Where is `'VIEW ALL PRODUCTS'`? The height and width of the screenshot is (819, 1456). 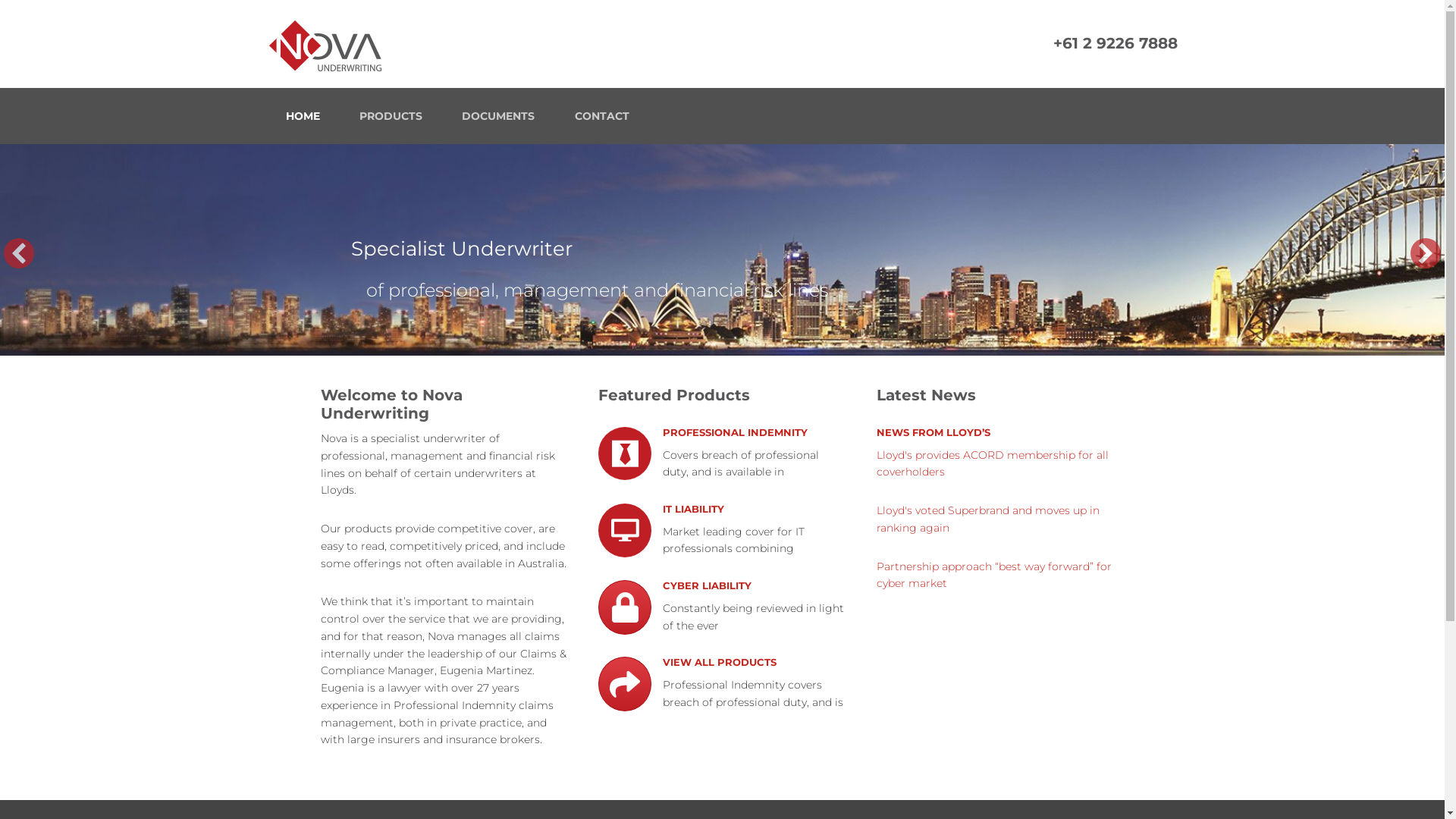 'VIEW ALL PRODUCTS' is located at coordinates (719, 663).